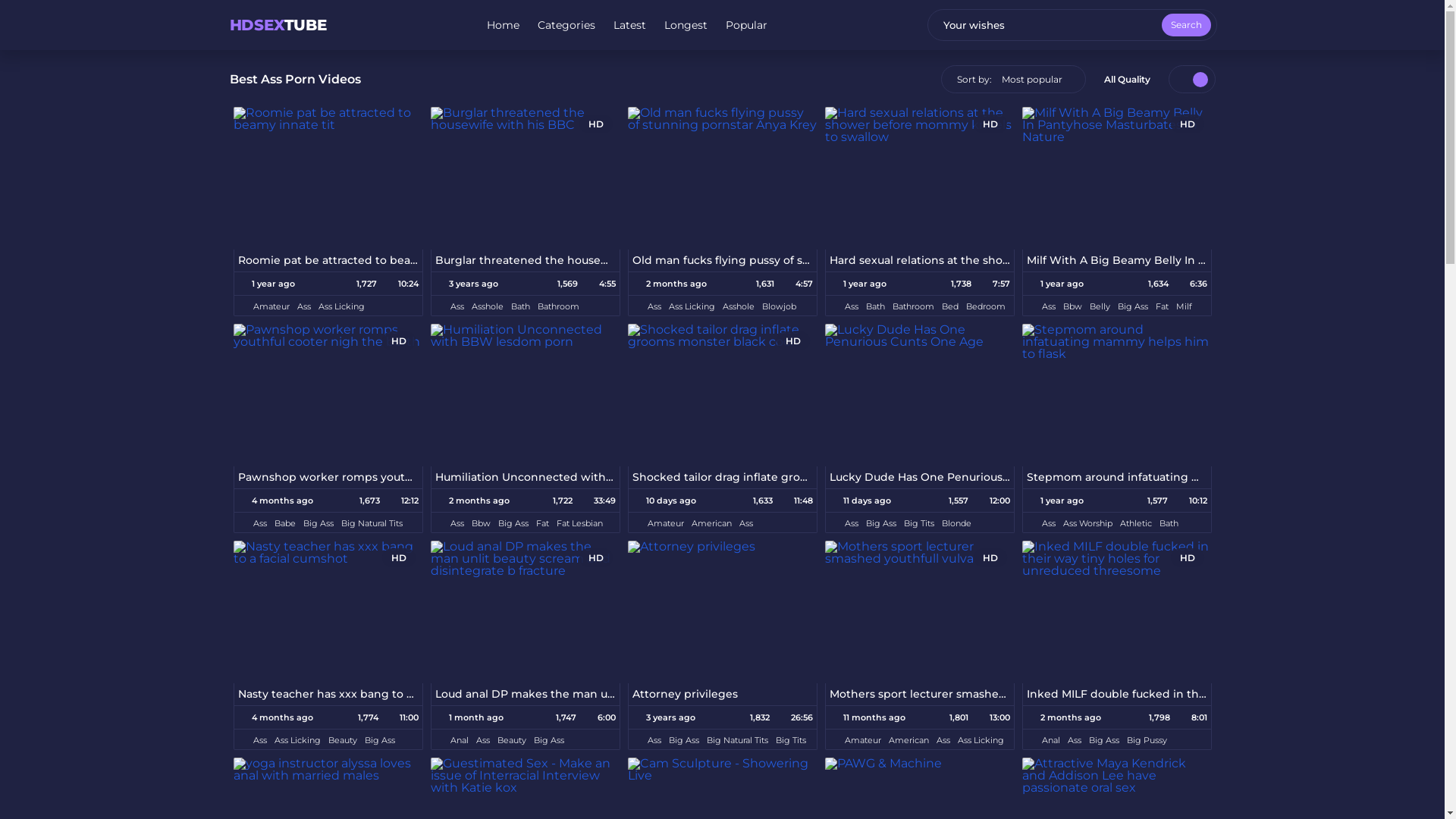 The height and width of the screenshot is (819, 1456). What do you see at coordinates (711, 522) in the screenshot?
I see `'American'` at bounding box center [711, 522].